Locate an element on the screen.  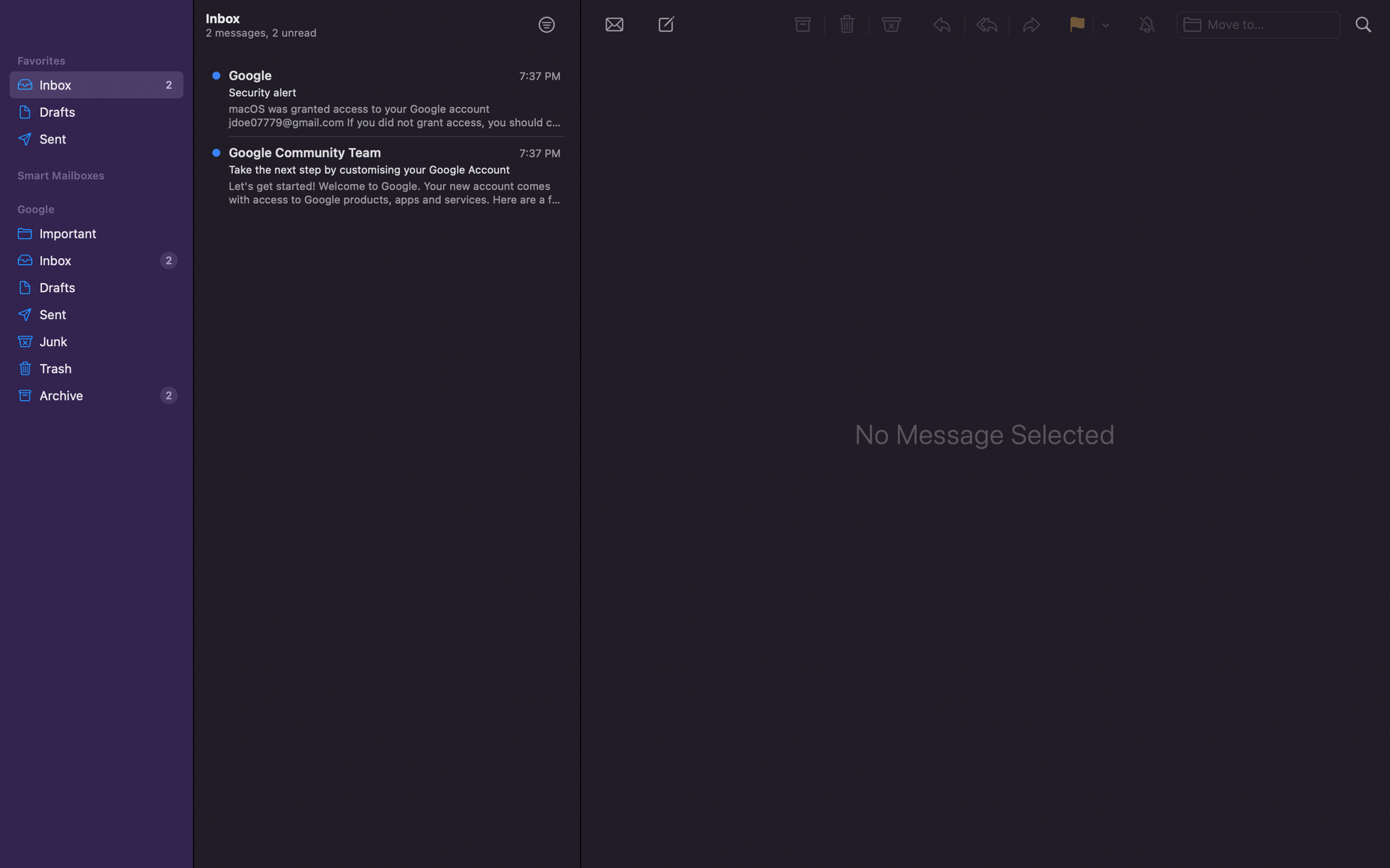
Change the flag color is located at coordinates (1105, 25).